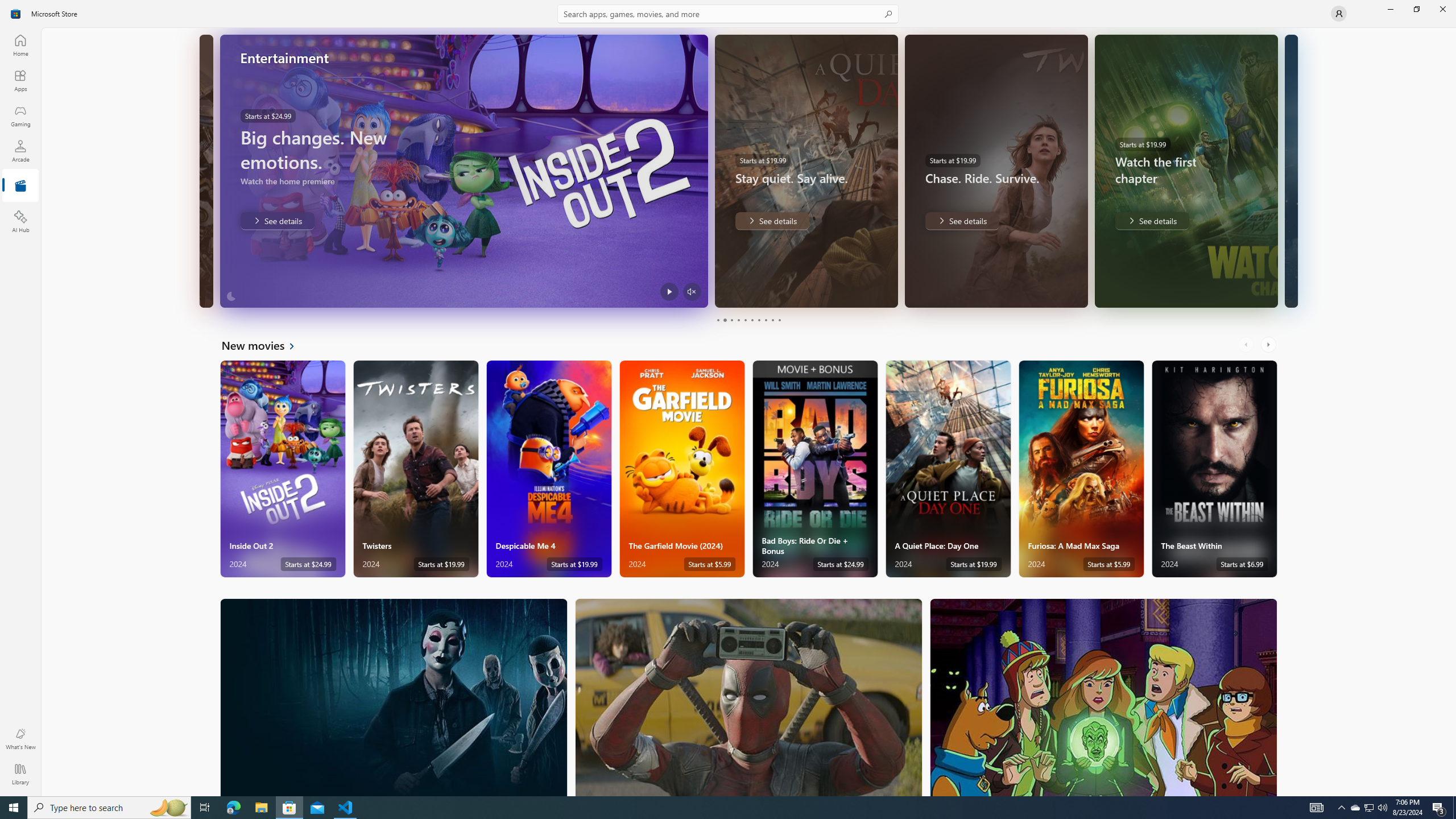  What do you see at coordinates (1247, 344) in the screenshot?
I see `'AutomationID: LeftScrollButton'` at bounding box center [1247, 344].